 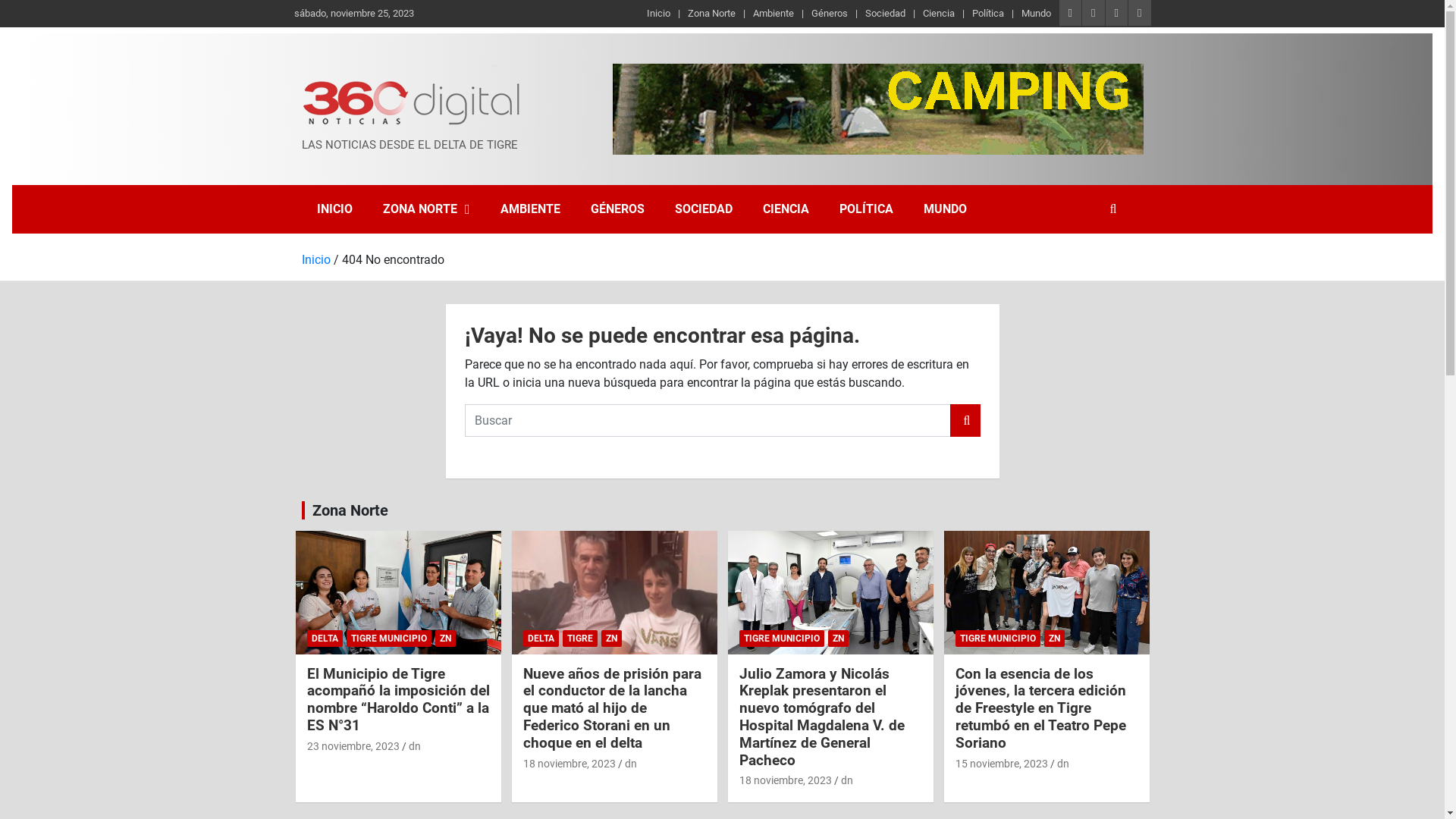 I want to click on 'Sociedad', so click(x=885, y=14).